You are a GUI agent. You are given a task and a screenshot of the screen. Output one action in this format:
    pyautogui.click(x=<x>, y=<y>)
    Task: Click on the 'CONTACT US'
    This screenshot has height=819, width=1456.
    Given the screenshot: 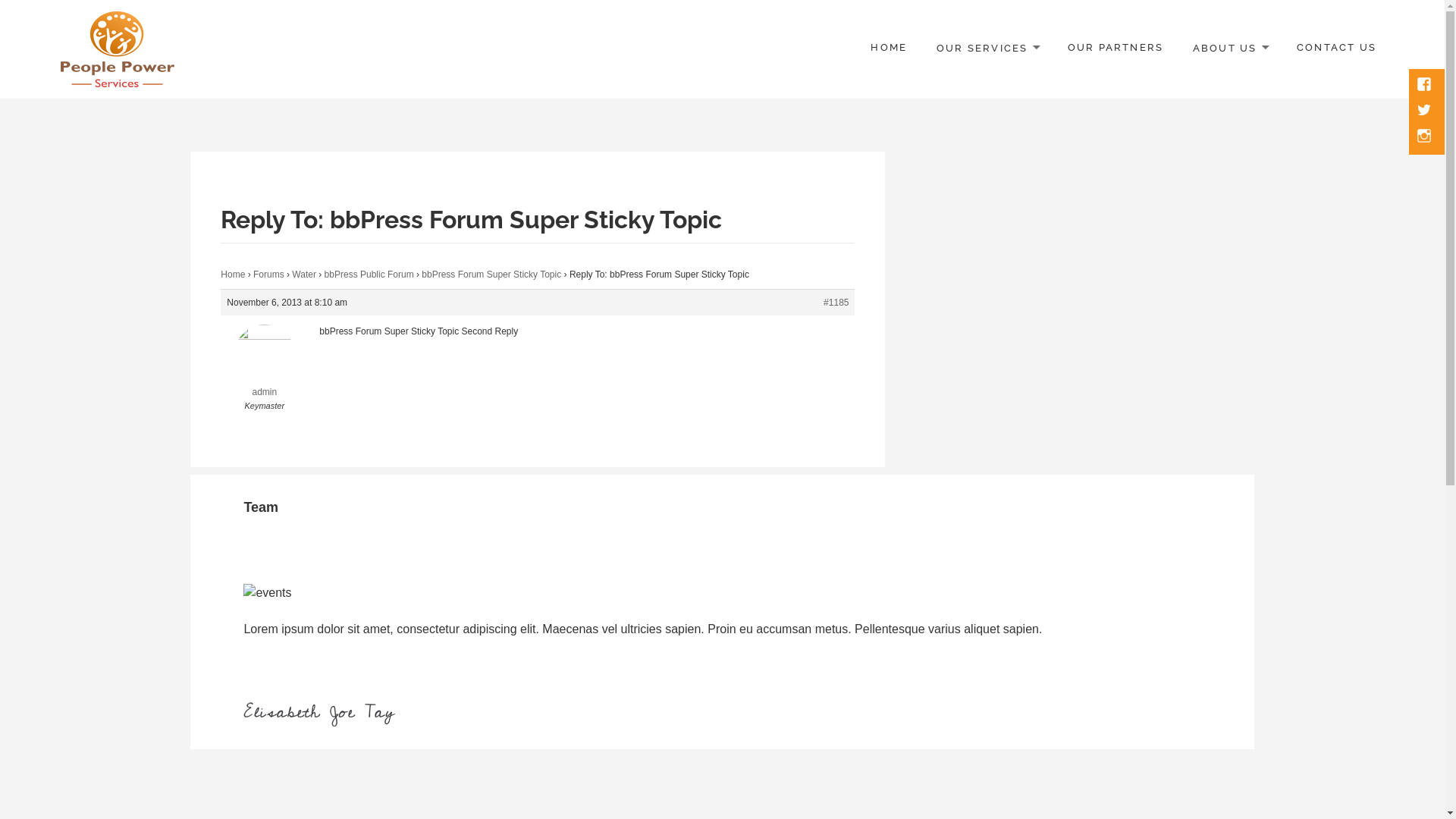 What is the action you would take?
    pyautogui.click(x=1336, y=48)
    